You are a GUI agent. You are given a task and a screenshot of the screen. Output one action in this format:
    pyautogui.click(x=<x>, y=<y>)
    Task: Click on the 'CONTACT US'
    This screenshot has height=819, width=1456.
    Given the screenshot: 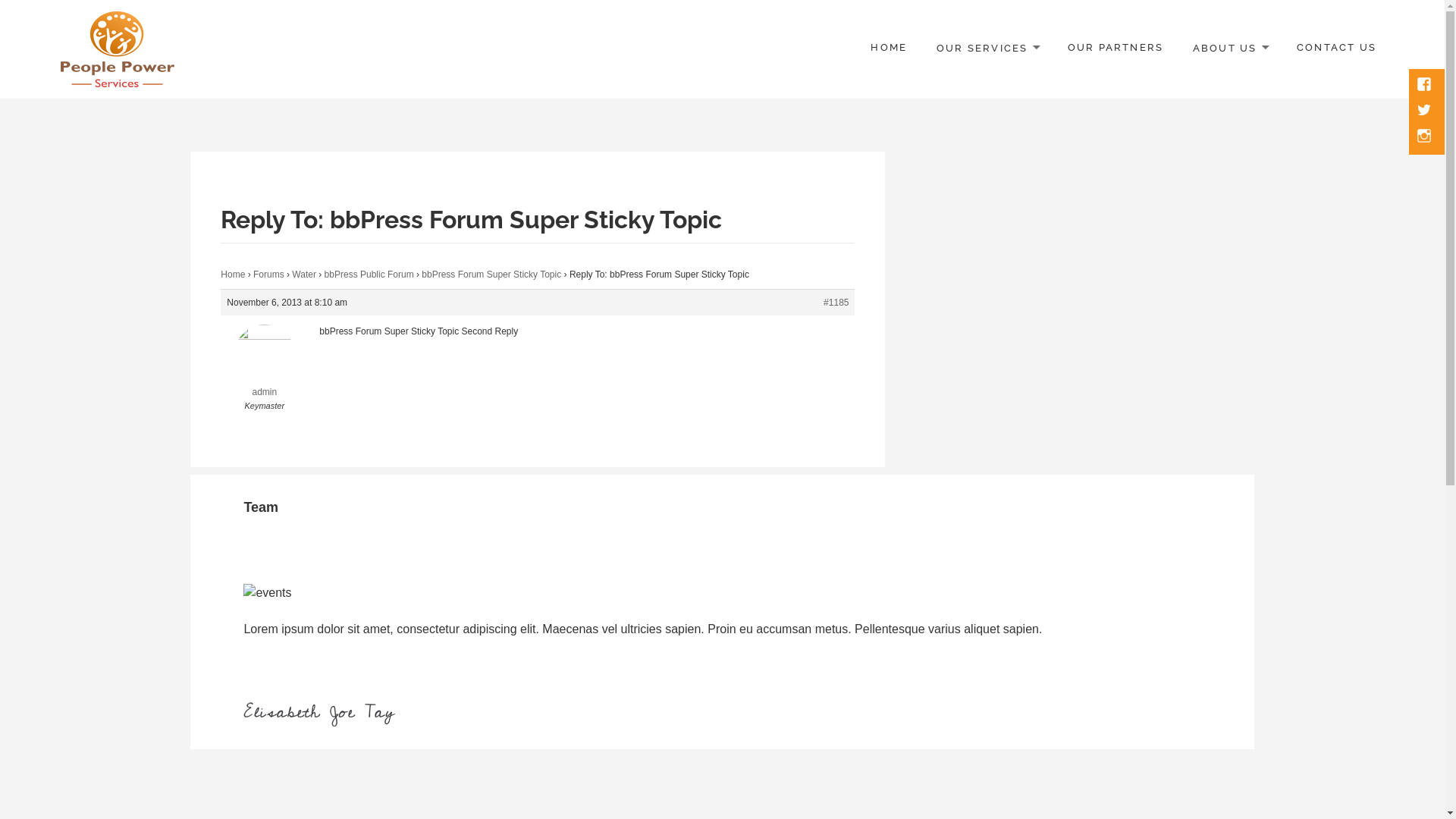 What is the action you would take?
    pyautogui.click(x=1336, y=48)
    